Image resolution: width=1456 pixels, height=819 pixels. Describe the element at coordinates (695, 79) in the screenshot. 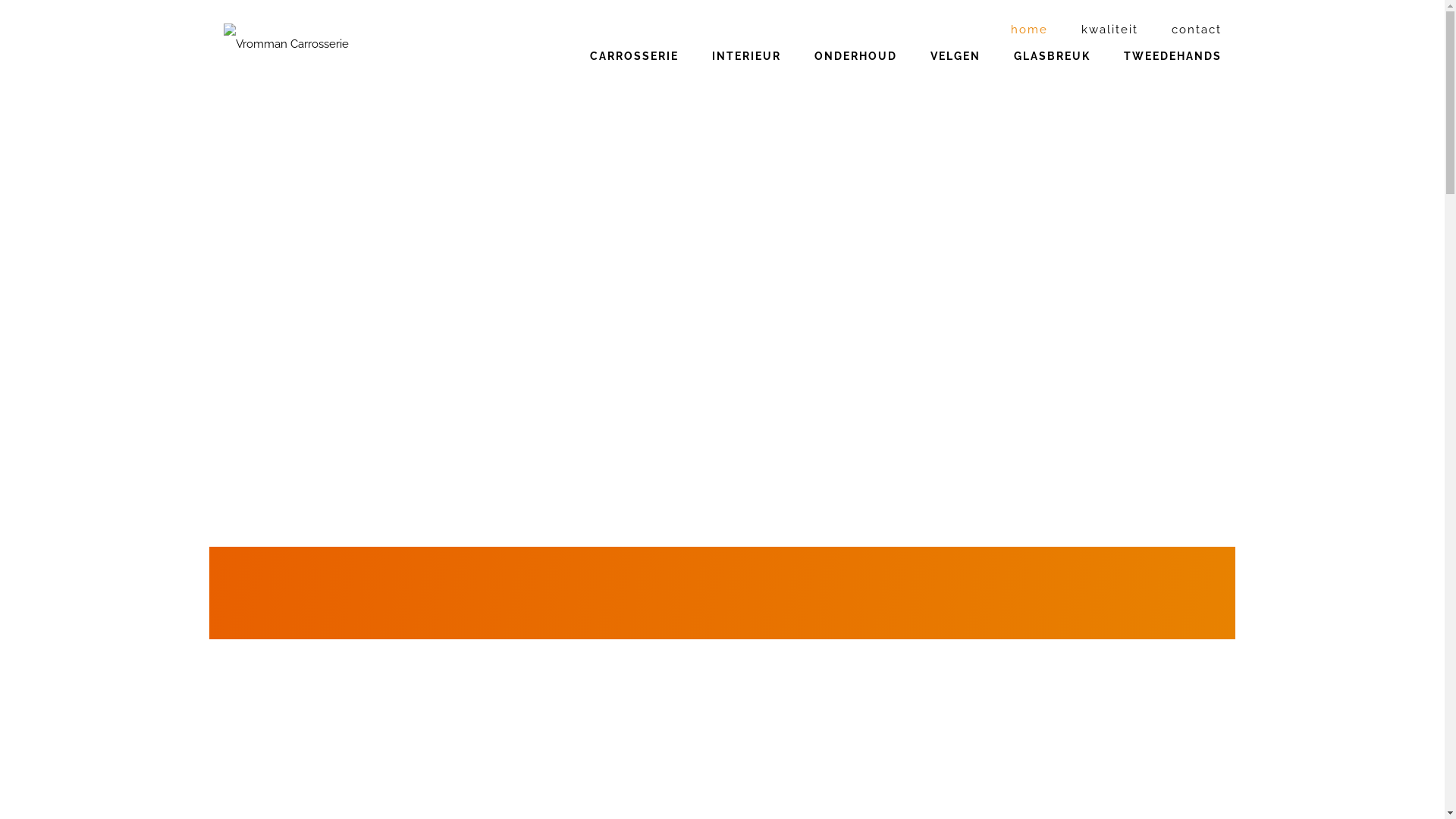

I see `'INTERIEUR'` at that location.